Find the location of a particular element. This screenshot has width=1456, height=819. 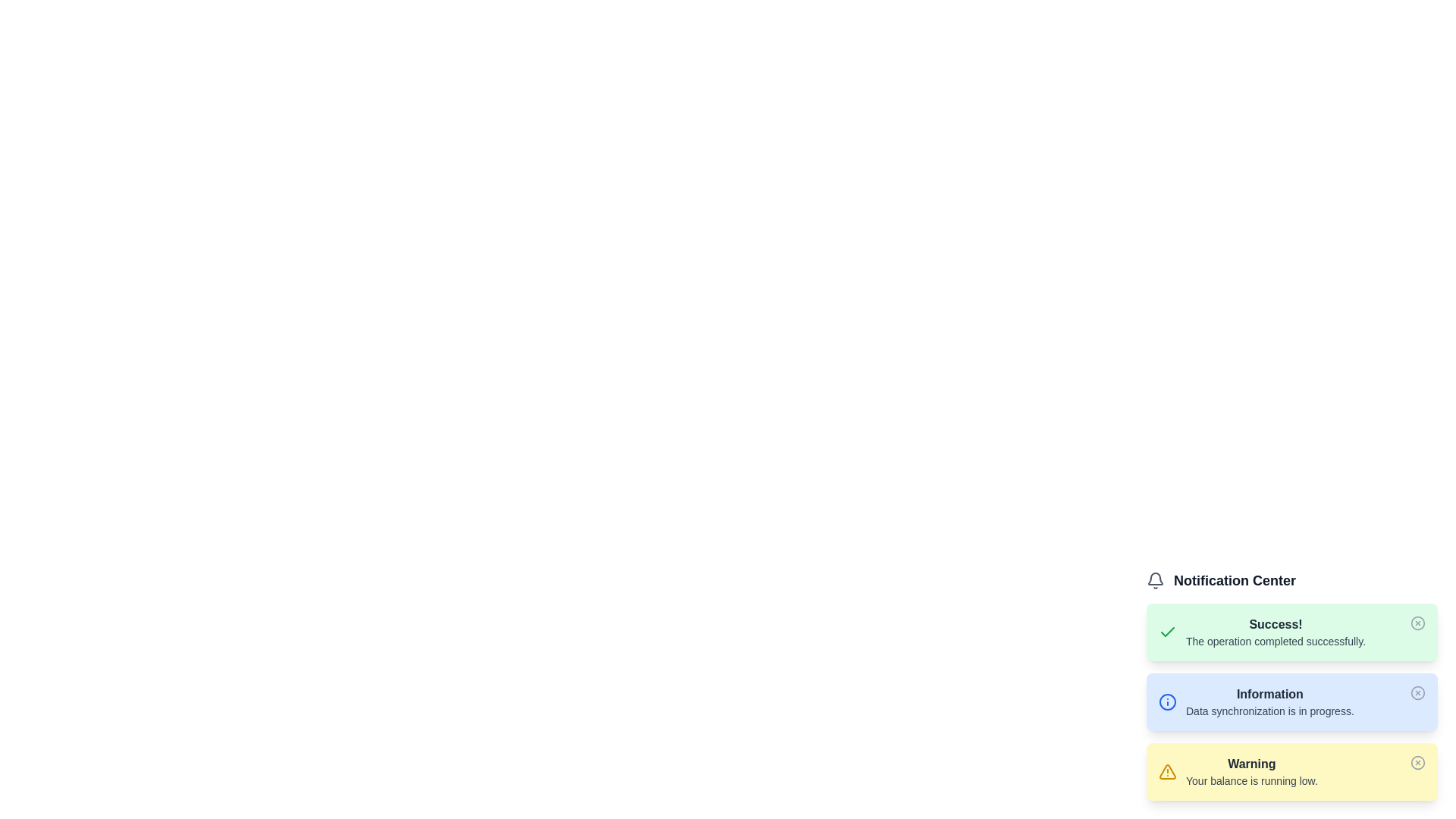

the Circle element in the lower right corner of the notification panel, which is part of the SVG graphic used for dismissing a warning notification is located at coordinates (1417, 763).